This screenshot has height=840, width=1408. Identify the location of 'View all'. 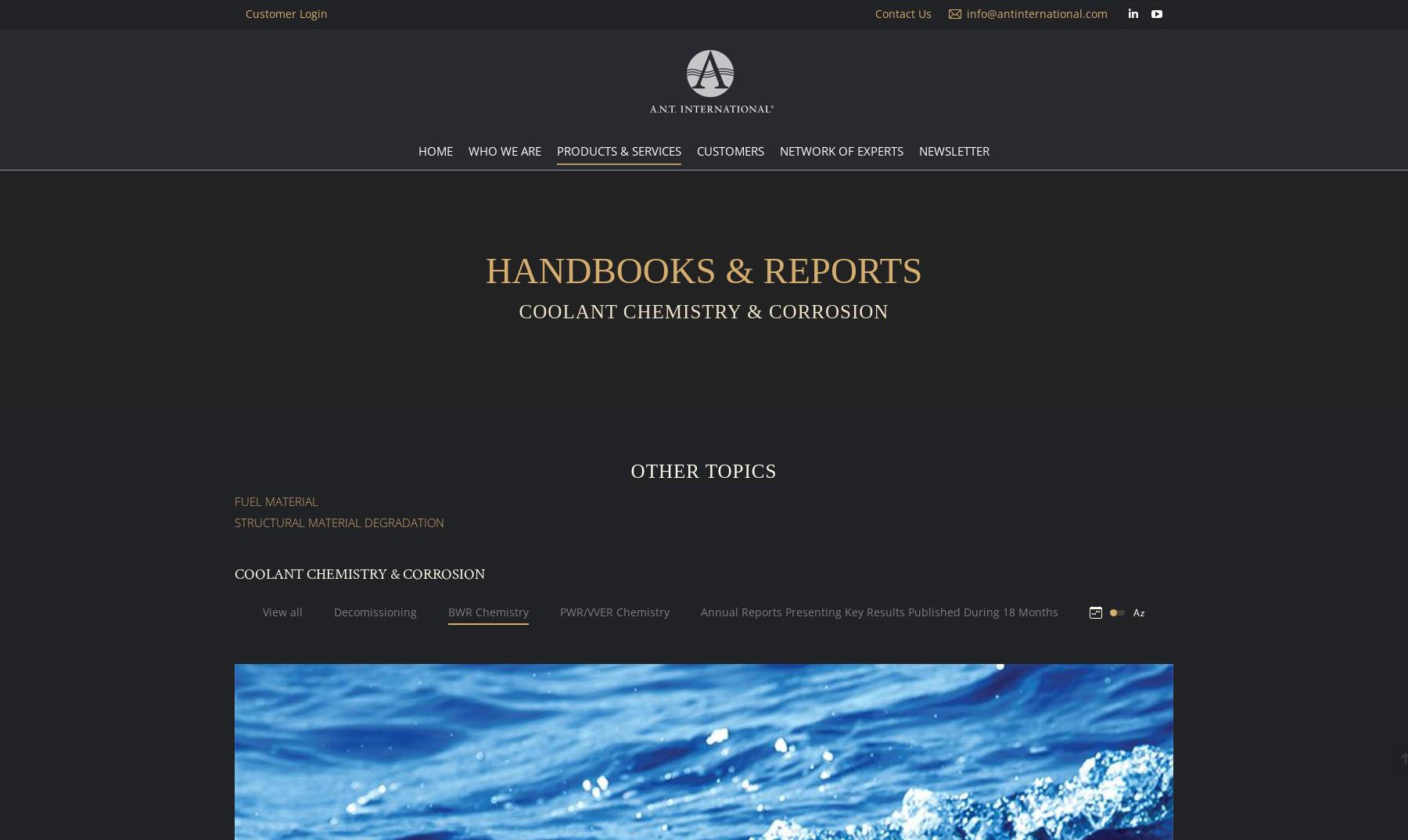
(282, 611).